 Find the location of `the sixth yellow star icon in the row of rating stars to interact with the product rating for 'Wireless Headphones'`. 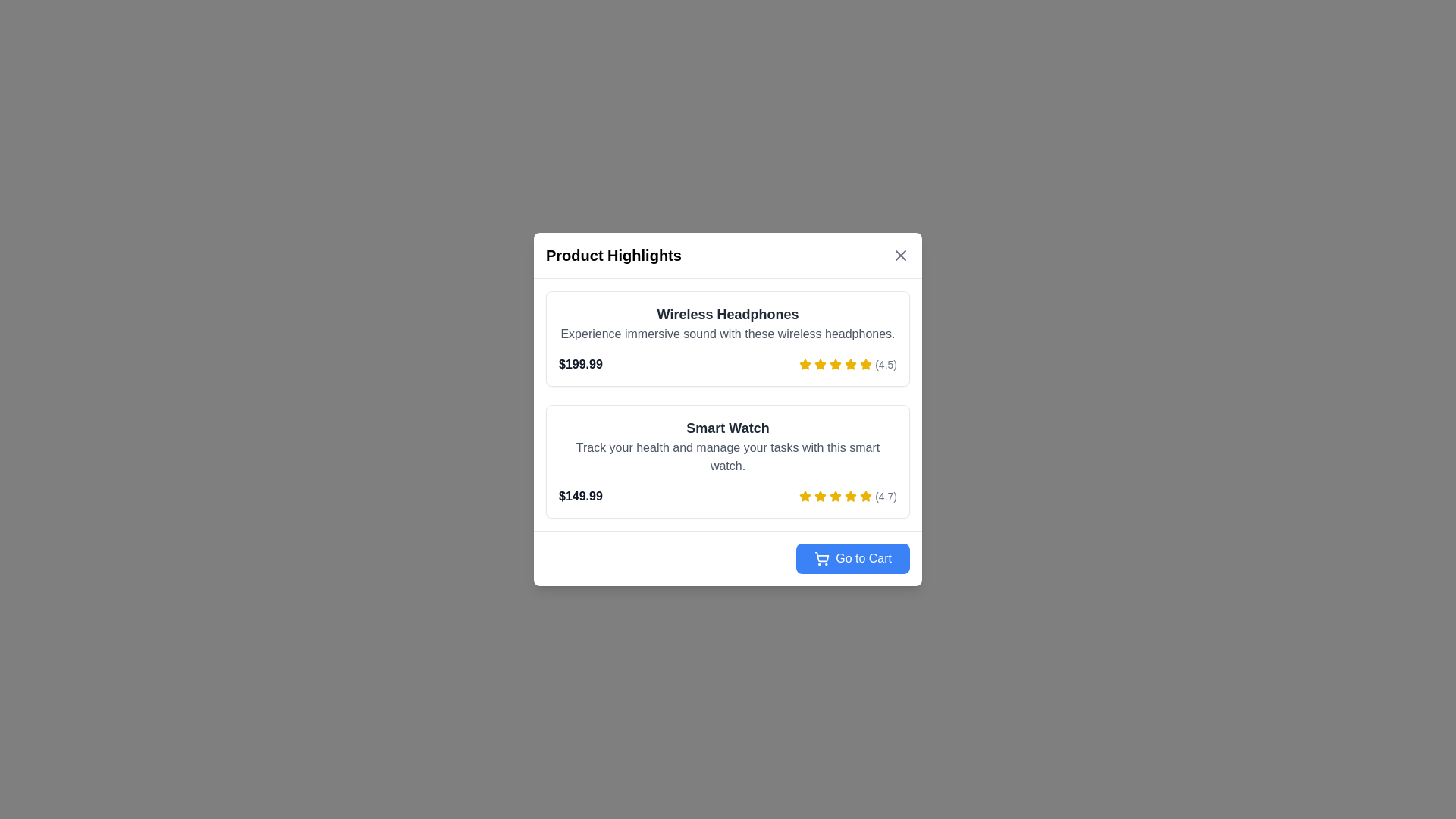

the sixth yellow star icon in the row of rating stars to interact with the product rating for 'Wireless Headphones' is located at coordinates (866, 365).